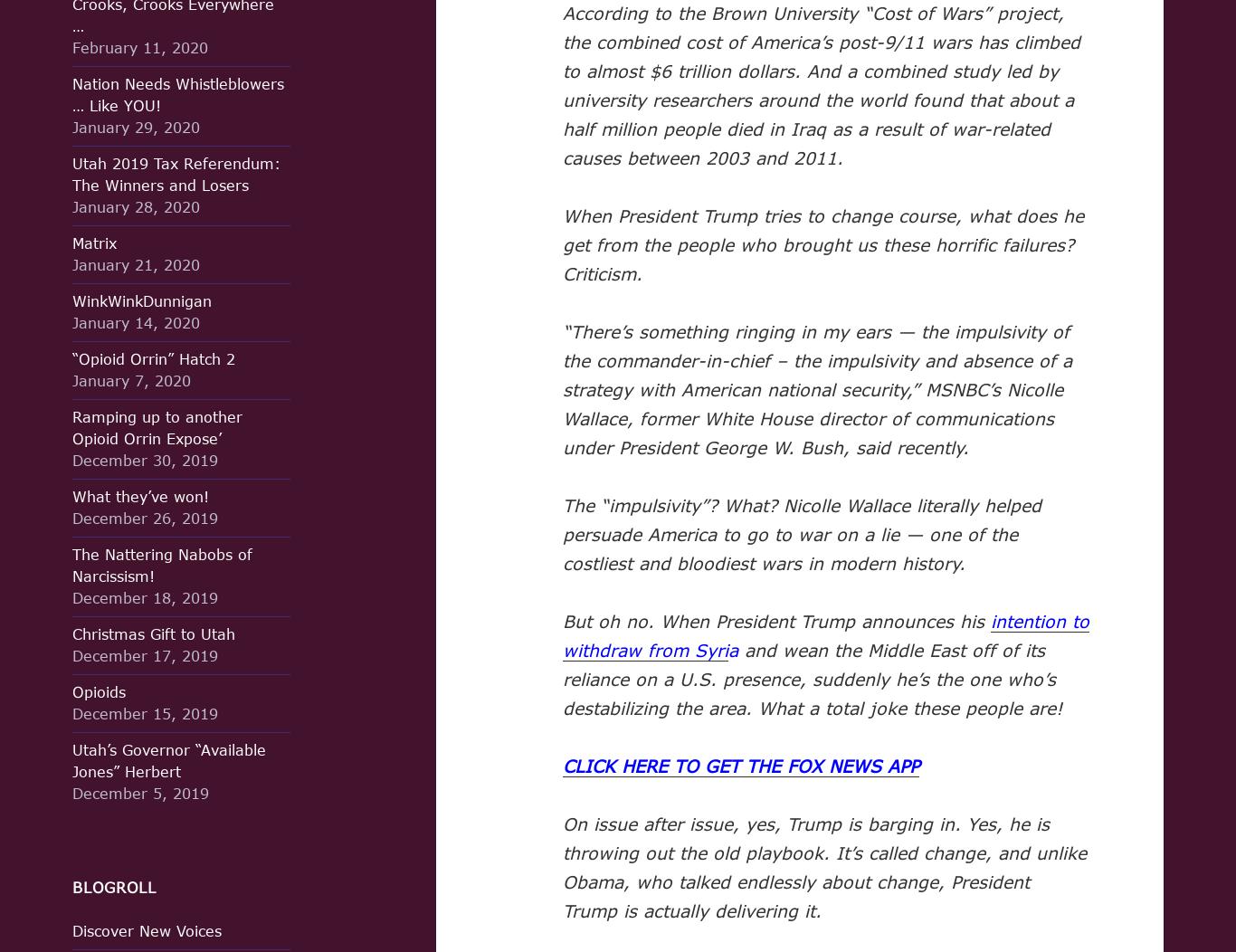  Describe the element at coordinates (144, 459) in the screenshot. I see `'December 30, 2019'` at that location.